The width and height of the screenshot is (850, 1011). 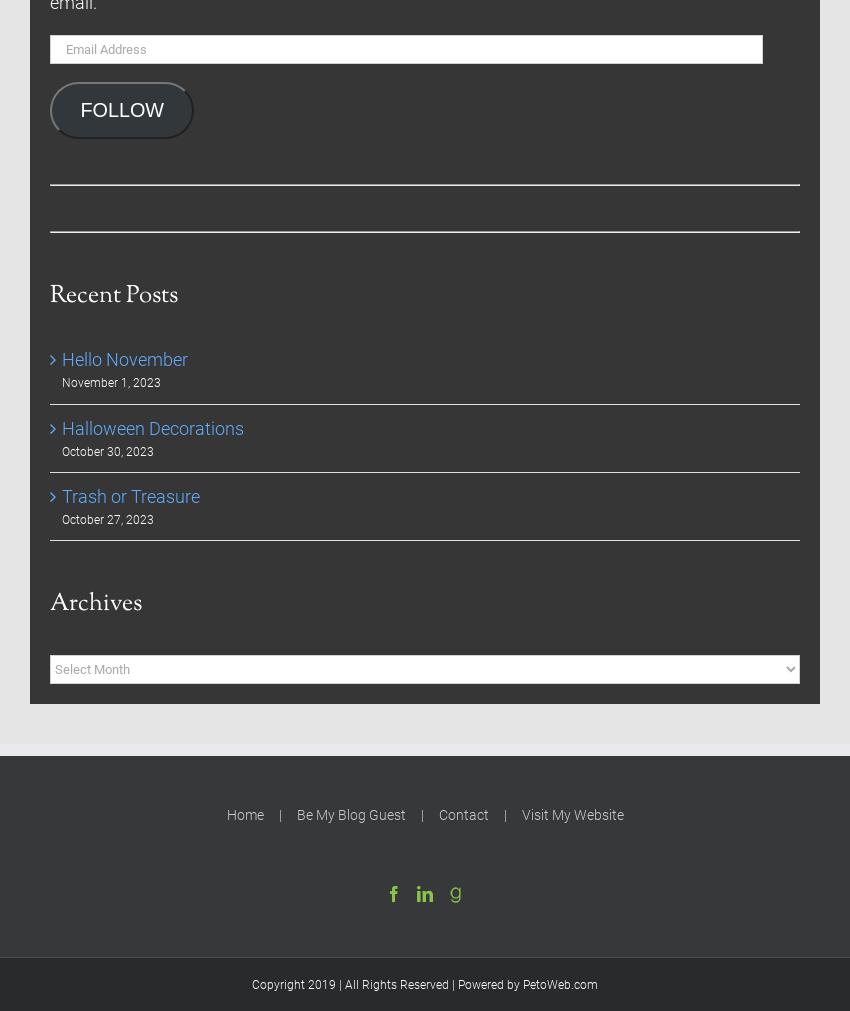 I want to click on 'Contact', so click(x=461, y=812).